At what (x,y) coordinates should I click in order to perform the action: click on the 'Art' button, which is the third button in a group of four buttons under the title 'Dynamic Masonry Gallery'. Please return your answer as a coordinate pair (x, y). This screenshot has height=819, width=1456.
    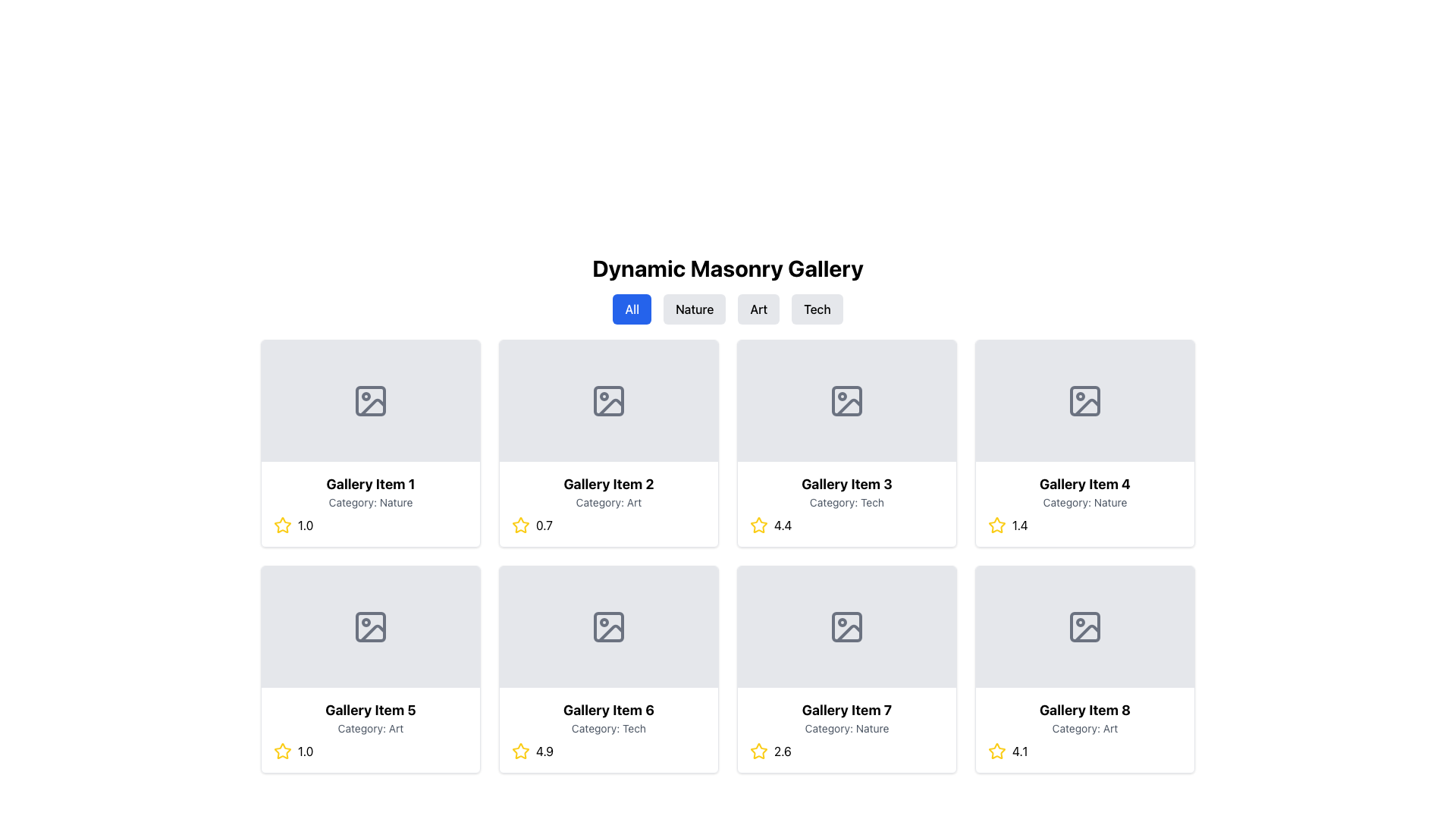
    Looking at the image, I should click on (758, 309).